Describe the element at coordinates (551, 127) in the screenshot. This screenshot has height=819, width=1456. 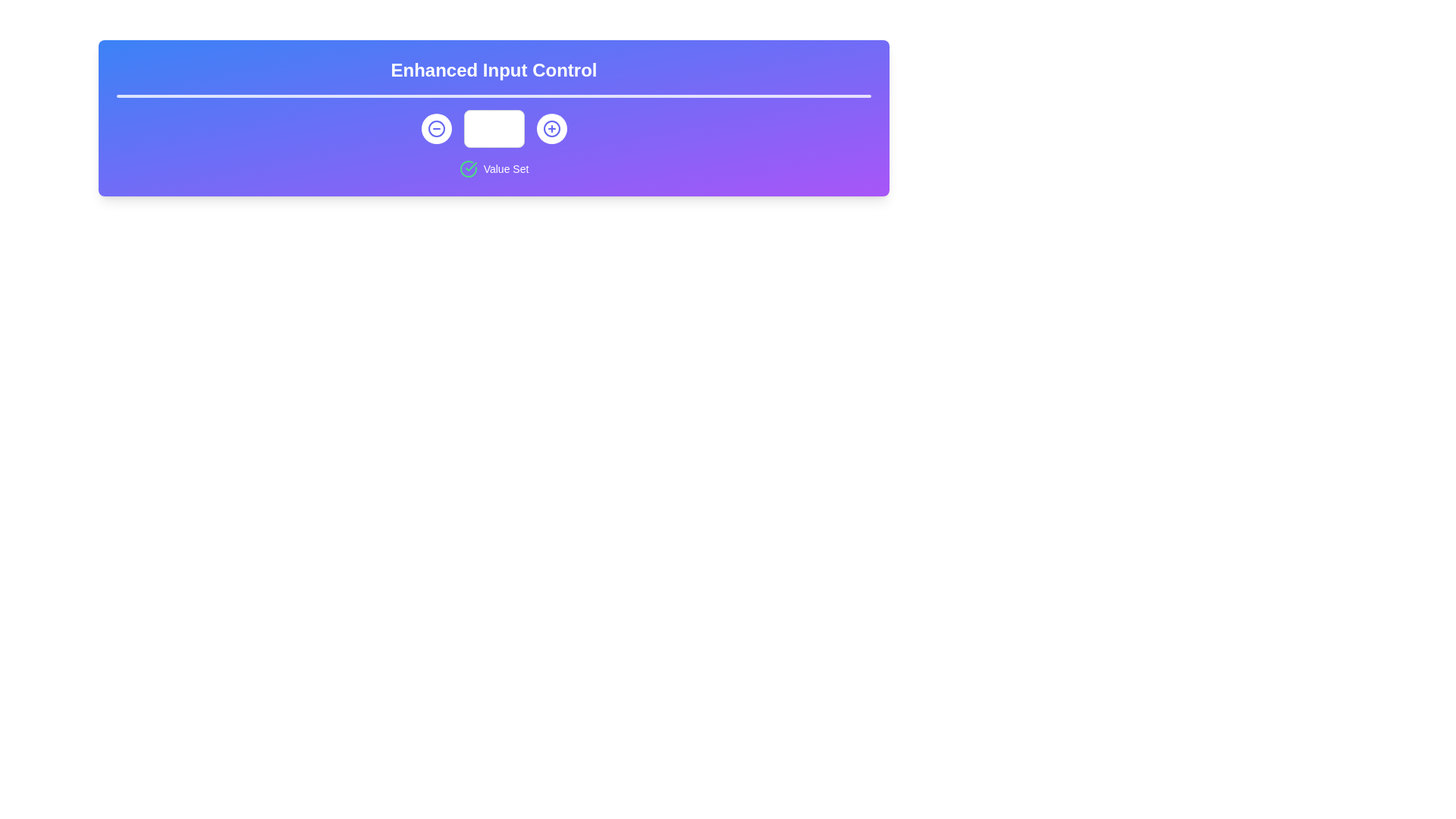
I see `the circular button with a white background and a blue plus sign icon to observe any visual changes` at that location.